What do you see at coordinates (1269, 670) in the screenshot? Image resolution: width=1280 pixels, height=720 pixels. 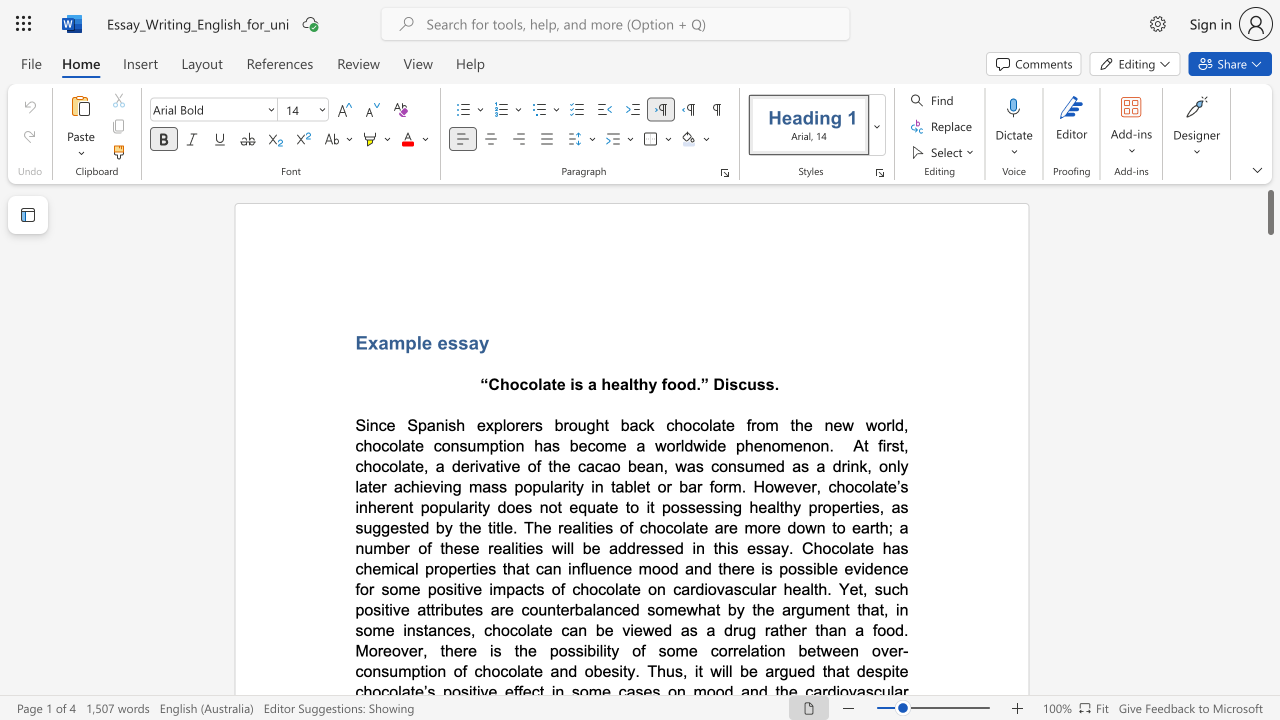 I see `the scrollbar to move the content lower` at bounding box center [1269, 670].